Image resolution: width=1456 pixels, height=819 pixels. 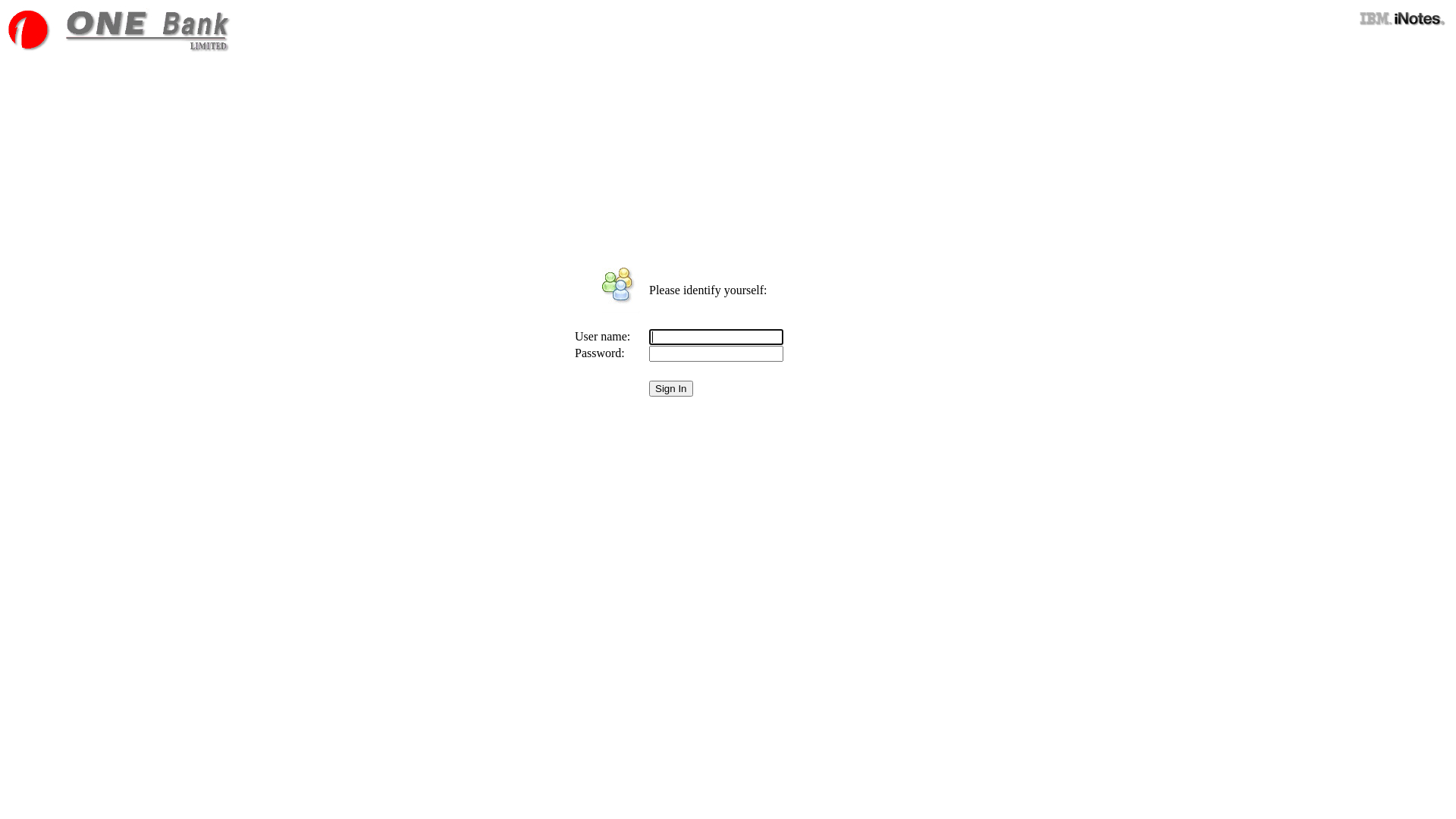 What do you see at coordinates (670, 388) in the screenshot?
I see `'Sign In'` at bounding box center [670, 388].